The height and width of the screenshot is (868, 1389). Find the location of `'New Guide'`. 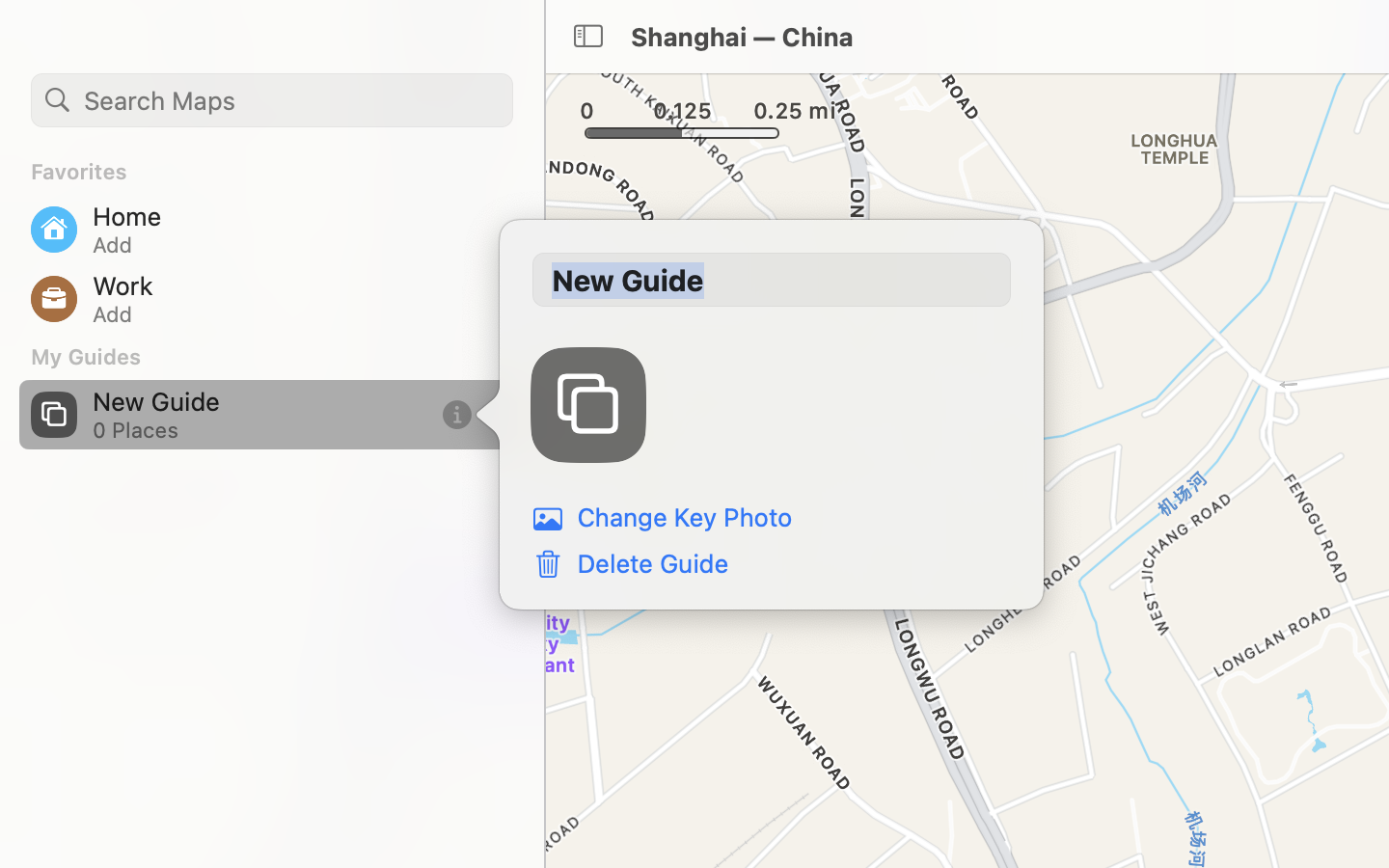

'New Guide' is located at coordinates (772, 278).